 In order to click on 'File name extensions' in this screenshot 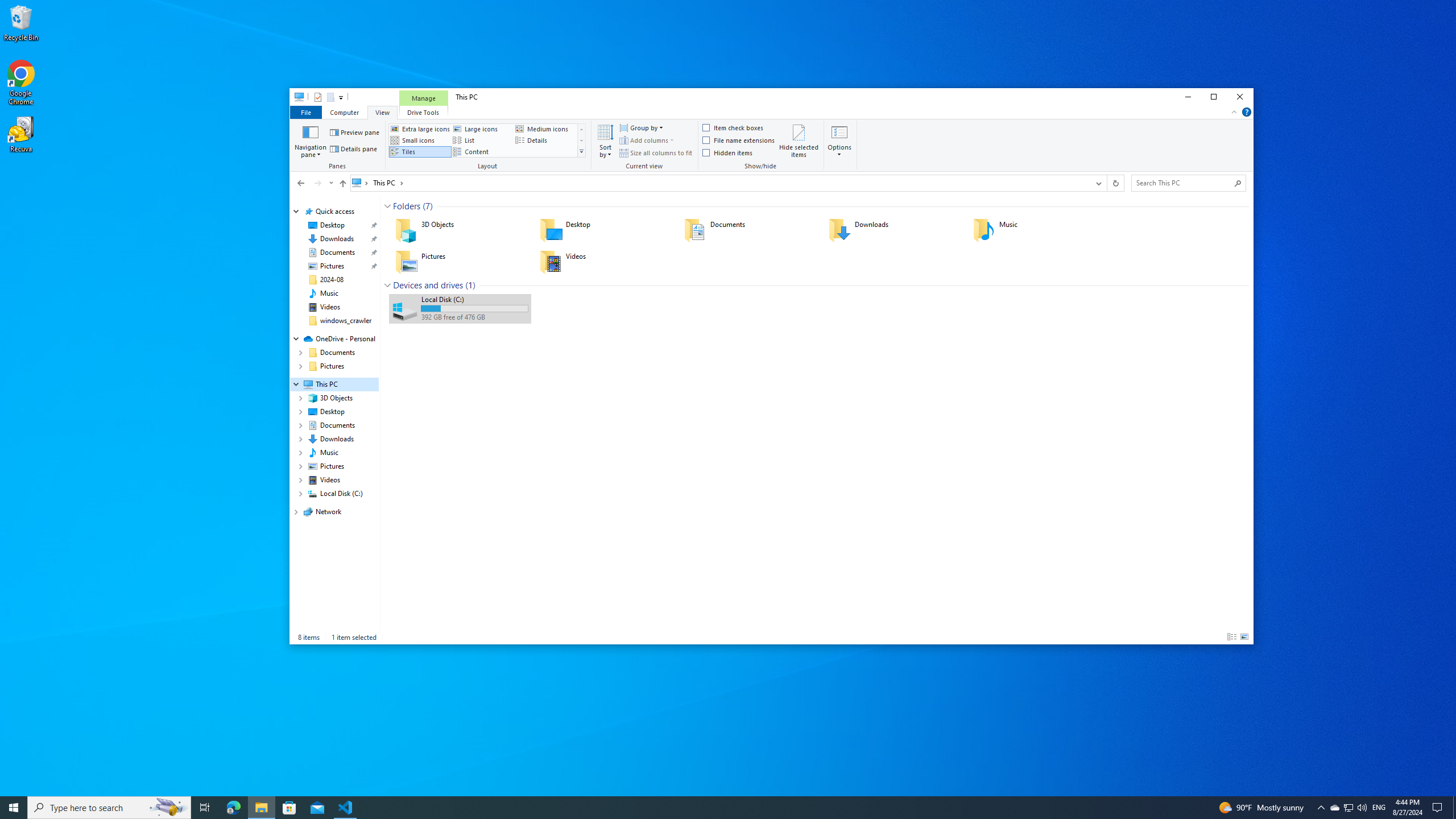, I will do `click(739, 139)`.